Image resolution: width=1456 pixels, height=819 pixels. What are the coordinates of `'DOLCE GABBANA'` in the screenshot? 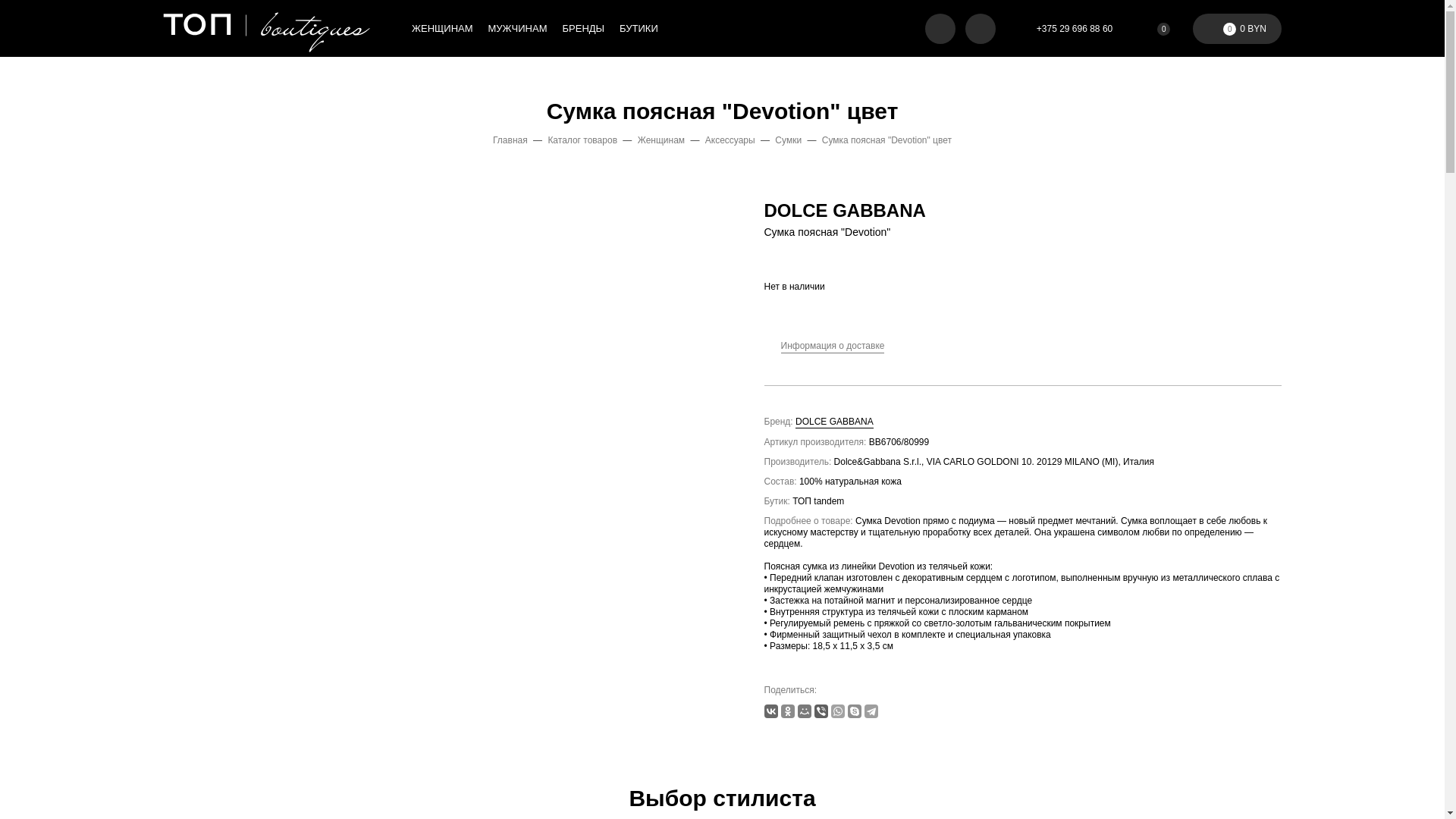 It's located at (844, 210).